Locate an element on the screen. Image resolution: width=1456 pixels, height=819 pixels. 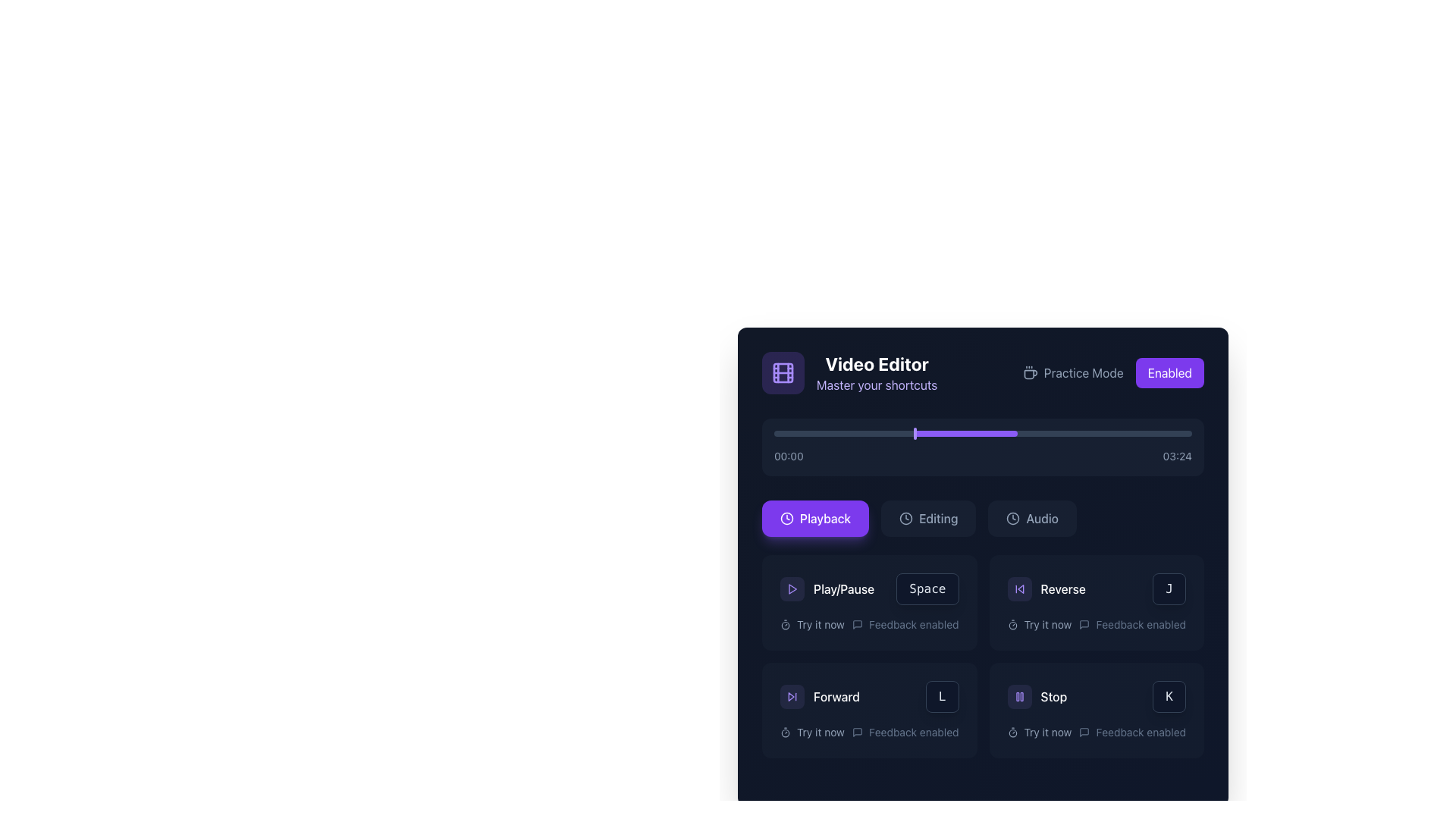
the small speech bubble icon indicating the comment or feedback feature, located to the left of the 'Feedback enabled' text is located at coordinates (857, 625).